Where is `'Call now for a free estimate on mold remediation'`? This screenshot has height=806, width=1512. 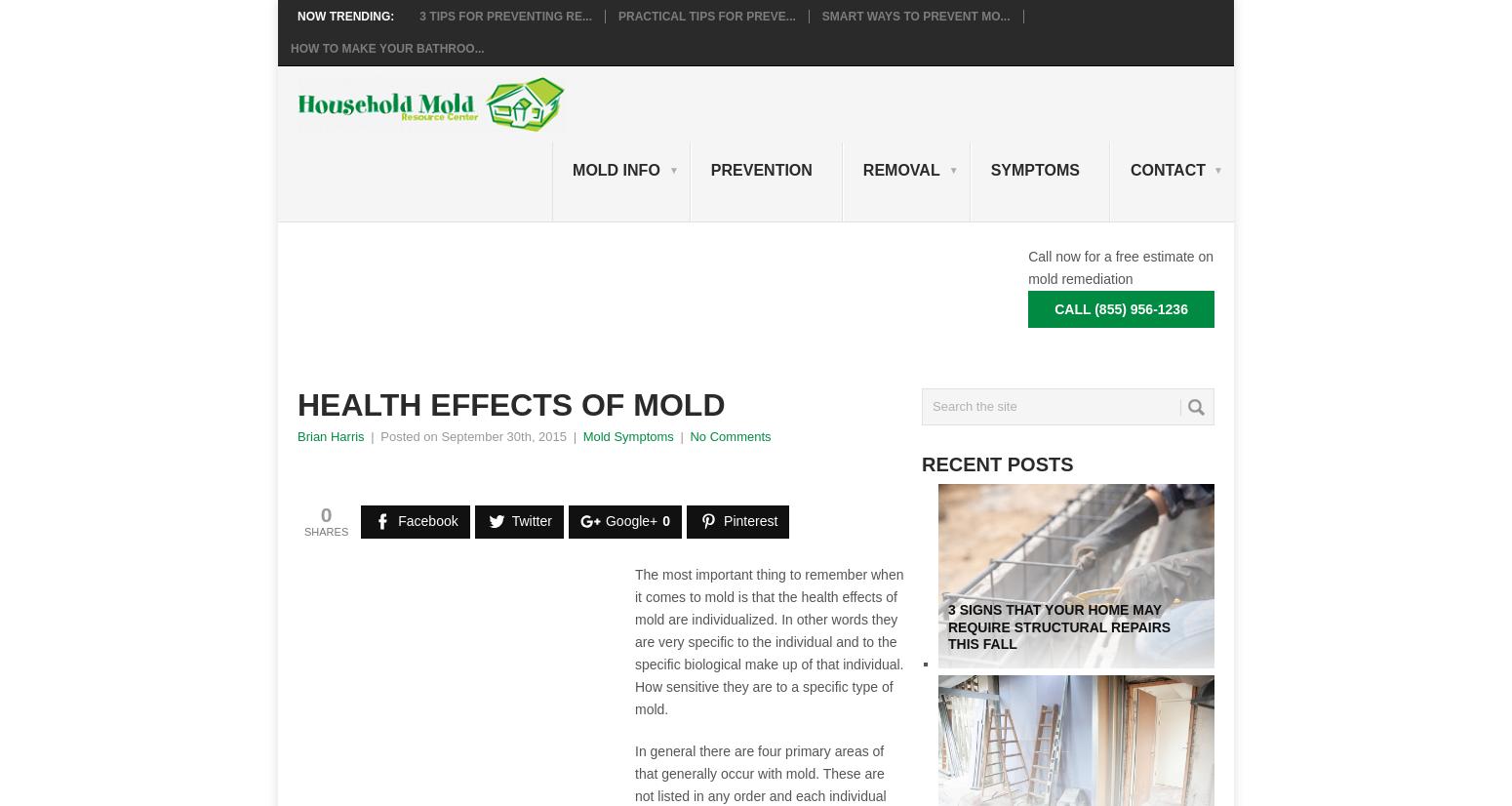 'Call now for a free estimate on mold remediation' is located at coordinates (1120, 265).